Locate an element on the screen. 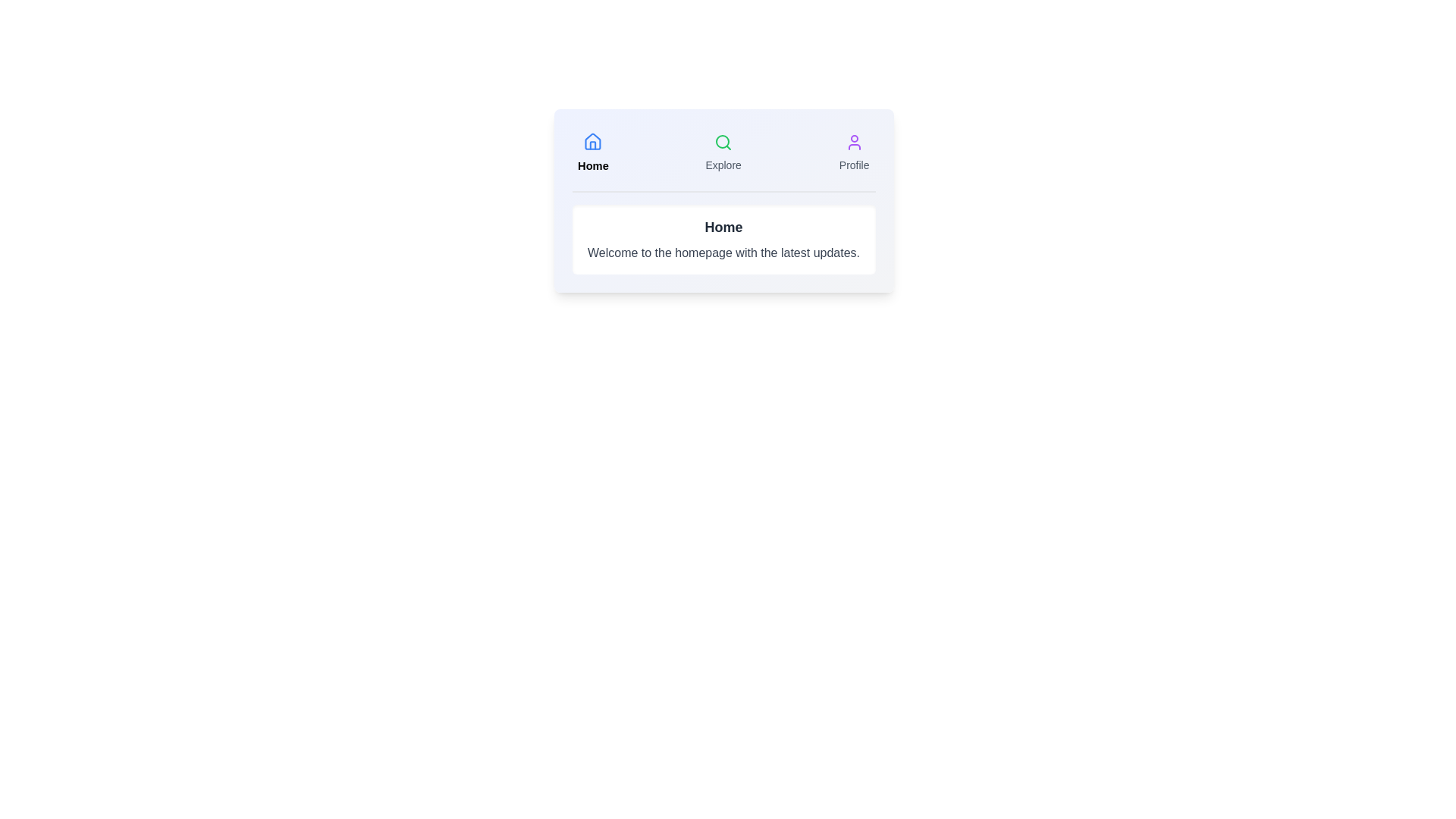  the Profile tab to switch content is located at coordinates (854, 152).